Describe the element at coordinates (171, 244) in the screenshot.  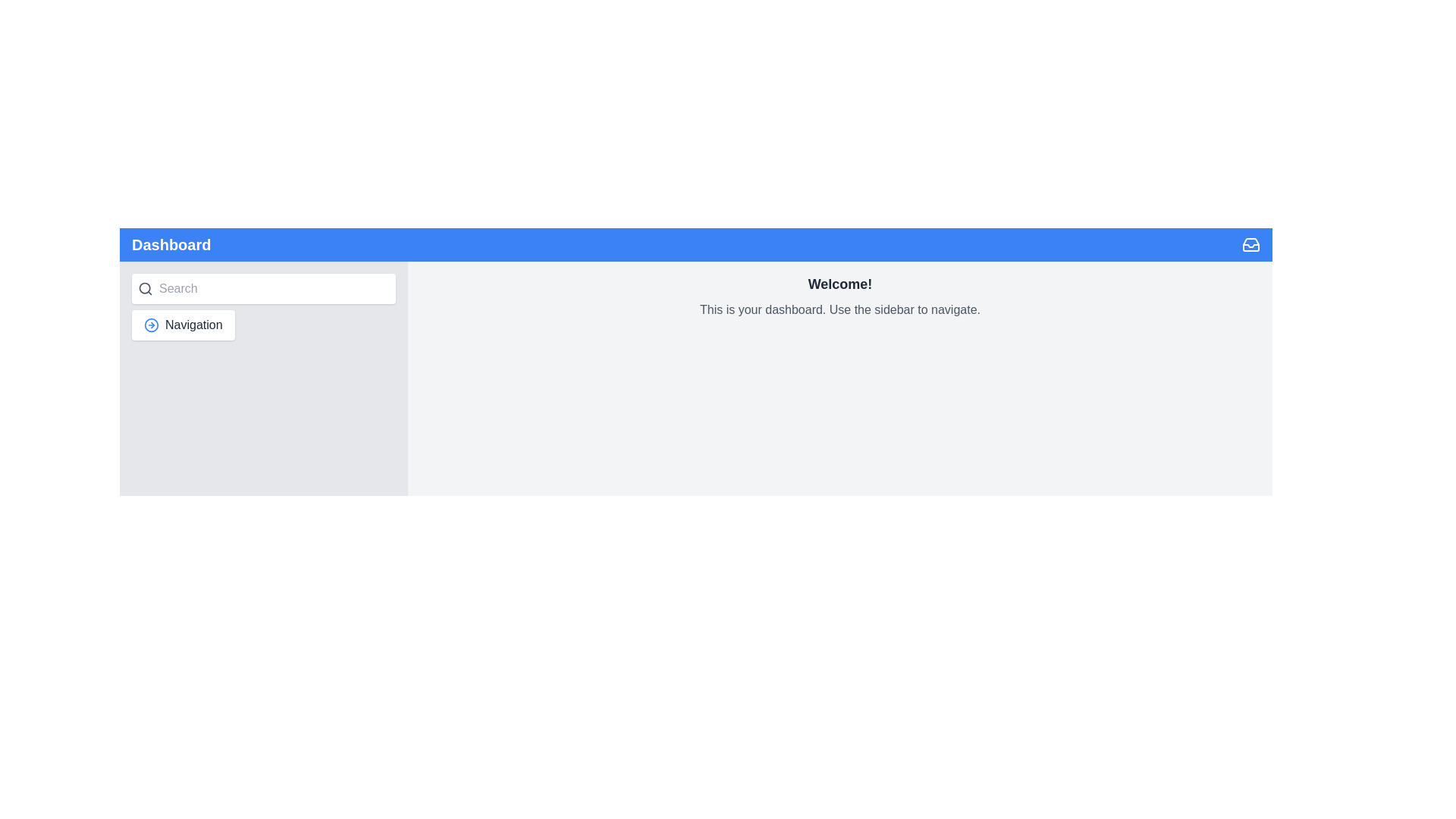
I see `the Text Label located in the top-left side of the blue navigation bar, which serves as a header or title for the current page or section` at that location.